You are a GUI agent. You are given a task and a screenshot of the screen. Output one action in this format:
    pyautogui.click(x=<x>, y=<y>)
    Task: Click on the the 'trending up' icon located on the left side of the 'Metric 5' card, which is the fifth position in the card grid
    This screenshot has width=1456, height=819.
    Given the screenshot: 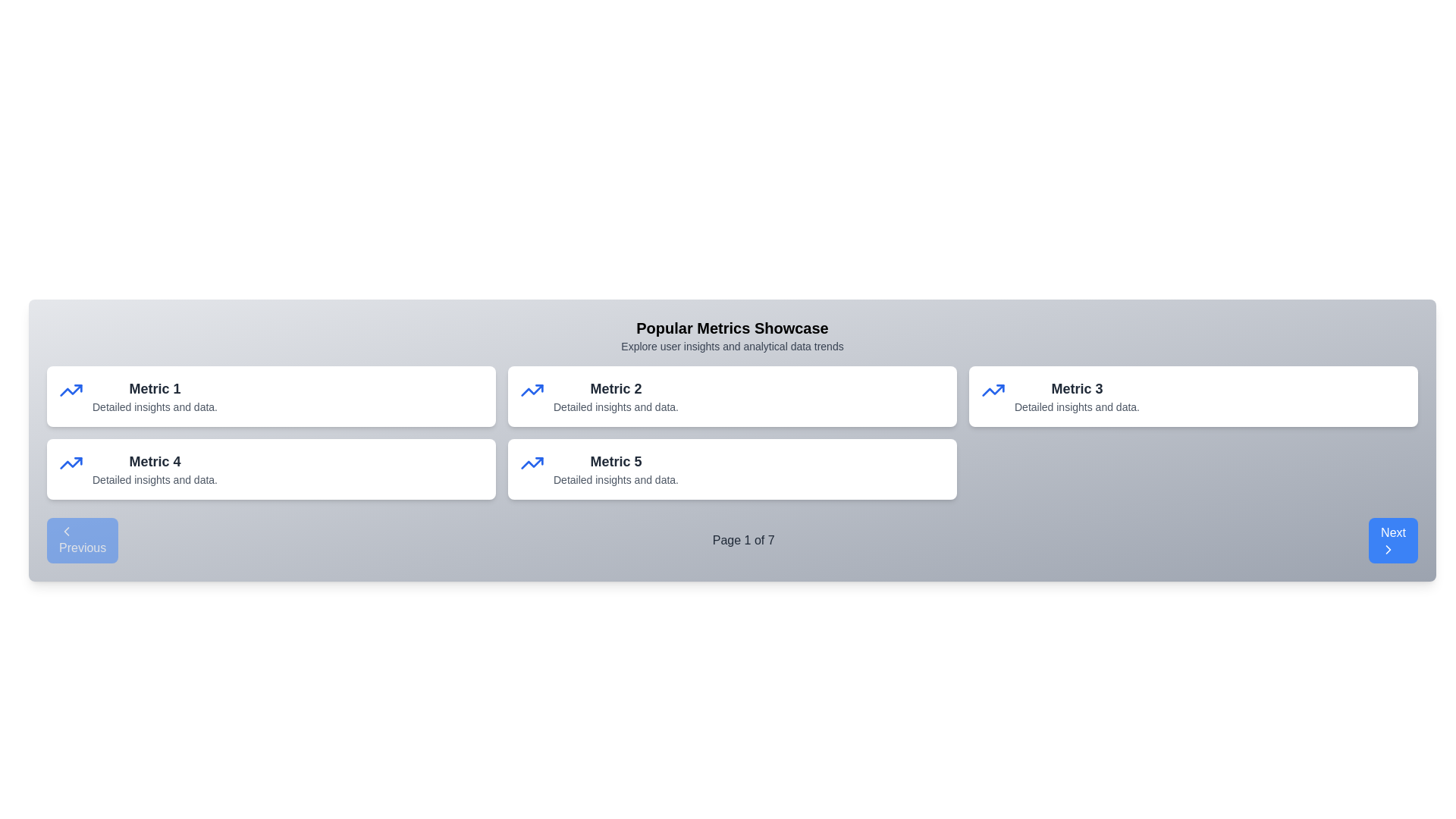 What is the action you would take?
    pyautogui.click(x=532, y=462)
    